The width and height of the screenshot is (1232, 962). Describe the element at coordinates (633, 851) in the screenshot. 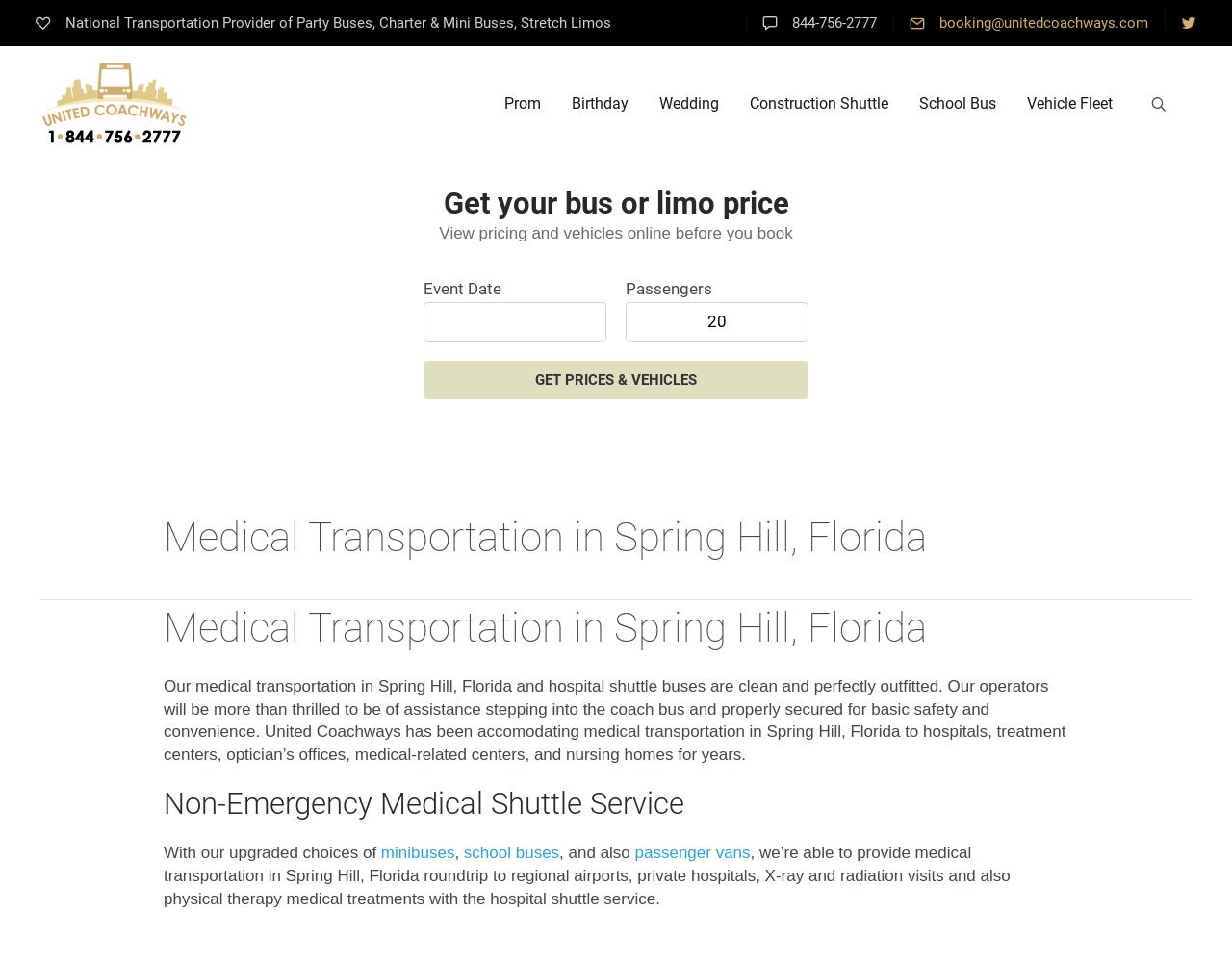

I see `'passenger vans'` at that location.